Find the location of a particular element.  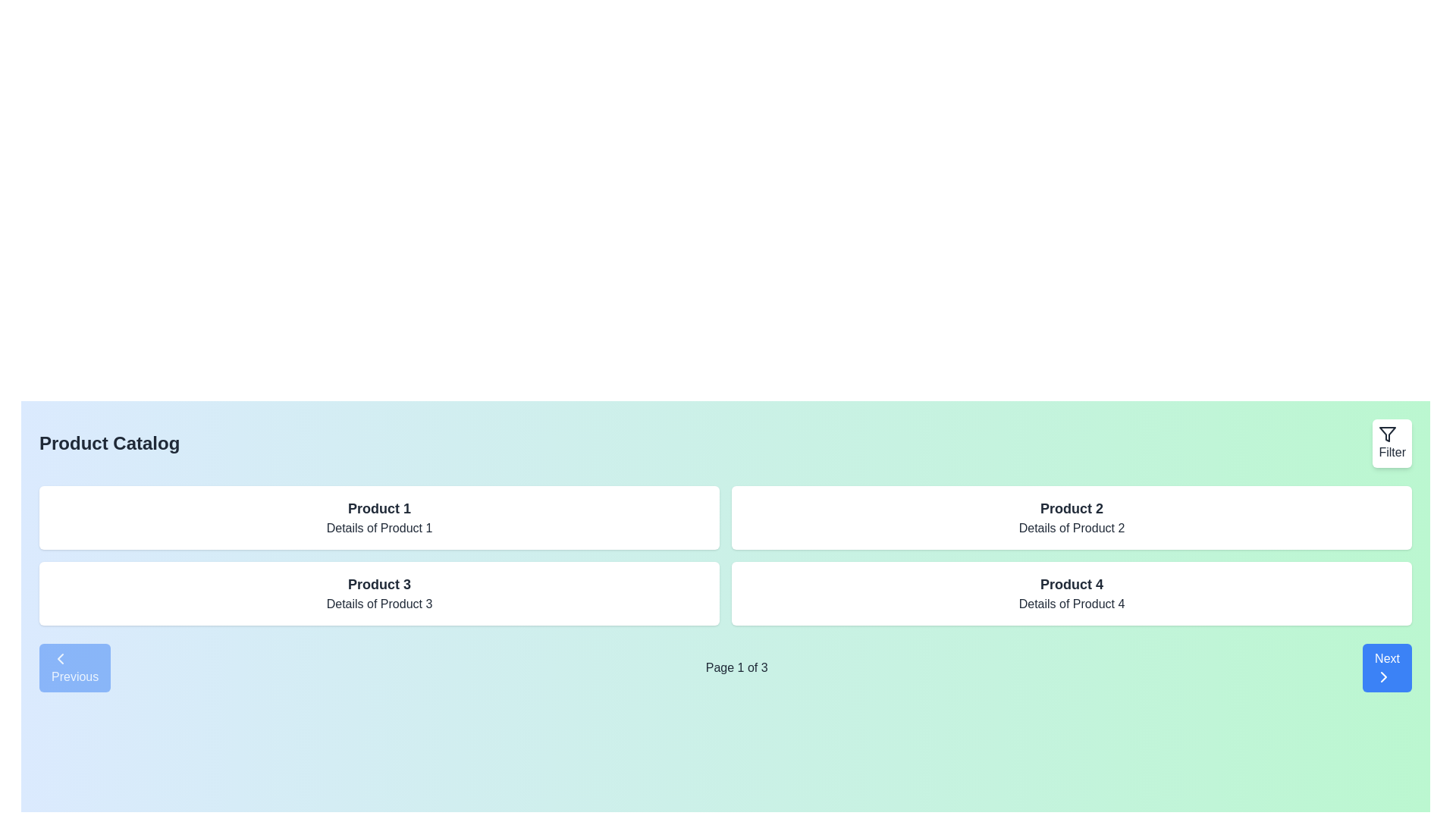

the product title text label located in the first row of the product catalog, positioned above the details of Product 1 is located at coordinates (379, 509).